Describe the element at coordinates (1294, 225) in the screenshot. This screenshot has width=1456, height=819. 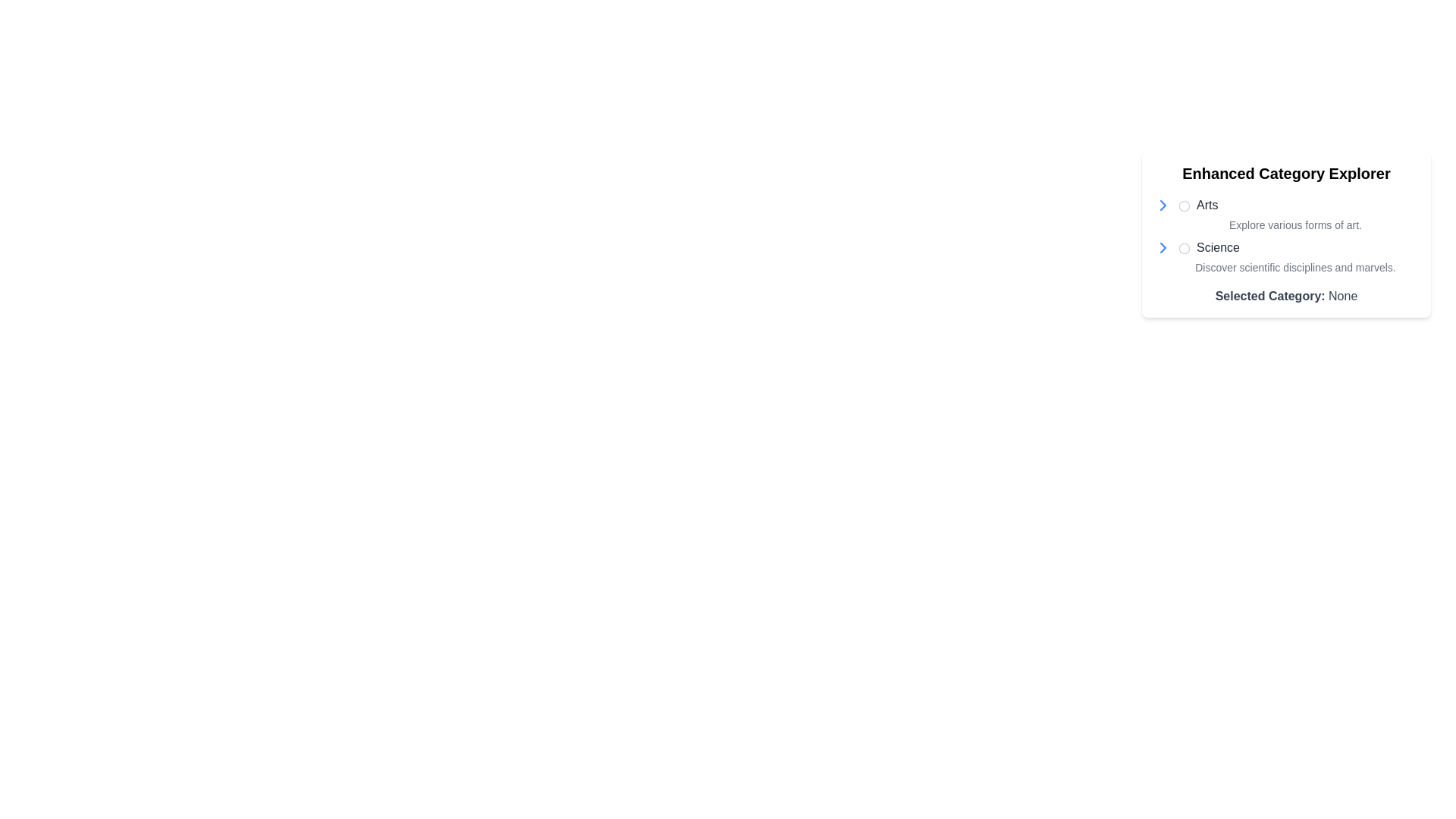
I see `the text label displaying 'Explore various forms of art.', which is positioned below the 'Arts' option in the category selection interface` at that location.